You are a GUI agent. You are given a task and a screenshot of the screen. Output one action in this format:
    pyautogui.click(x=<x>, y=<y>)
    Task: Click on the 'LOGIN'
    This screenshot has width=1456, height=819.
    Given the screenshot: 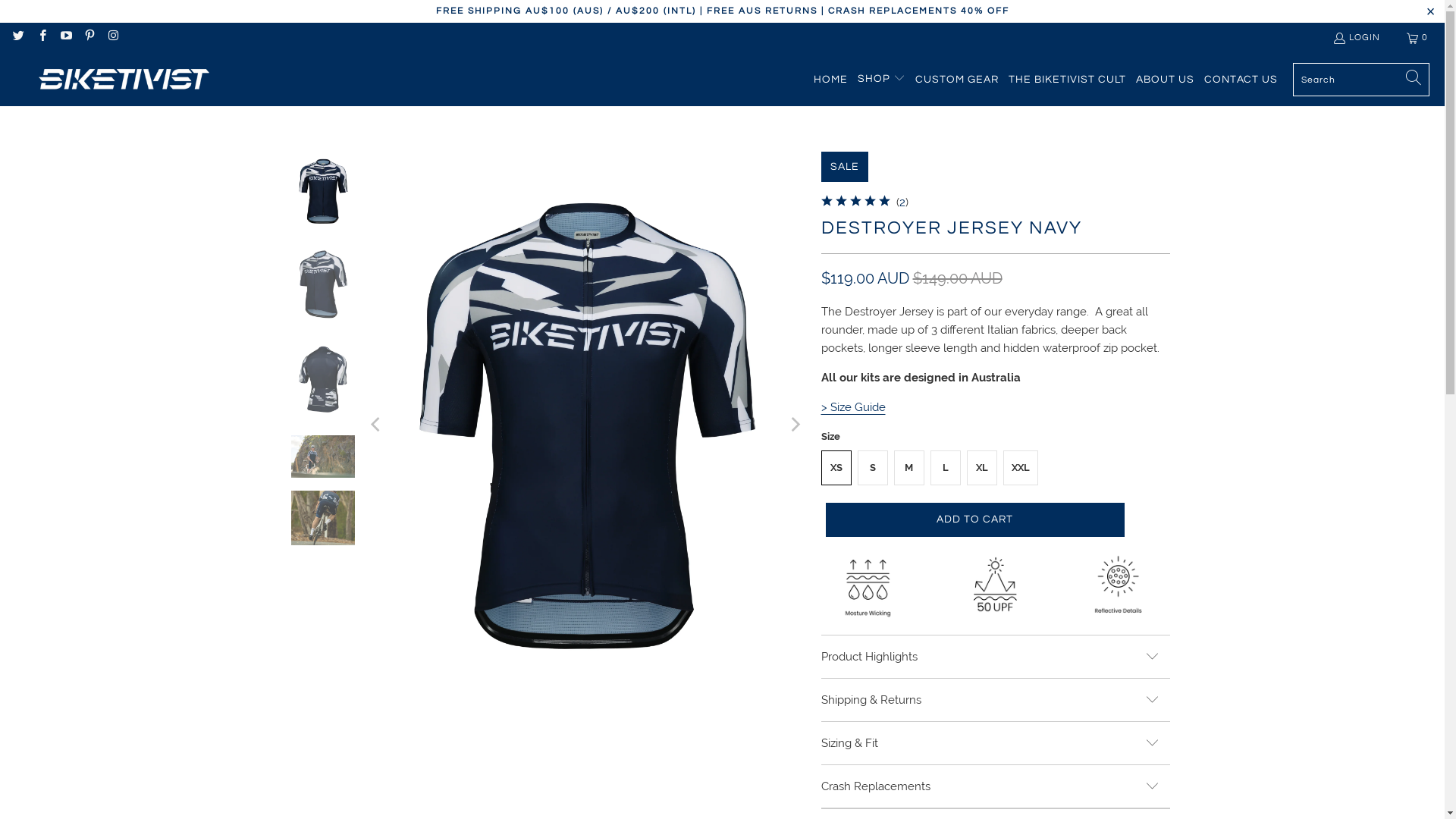 What is the action you would take?
    pyautogui.click(x=1356, y=37)
    